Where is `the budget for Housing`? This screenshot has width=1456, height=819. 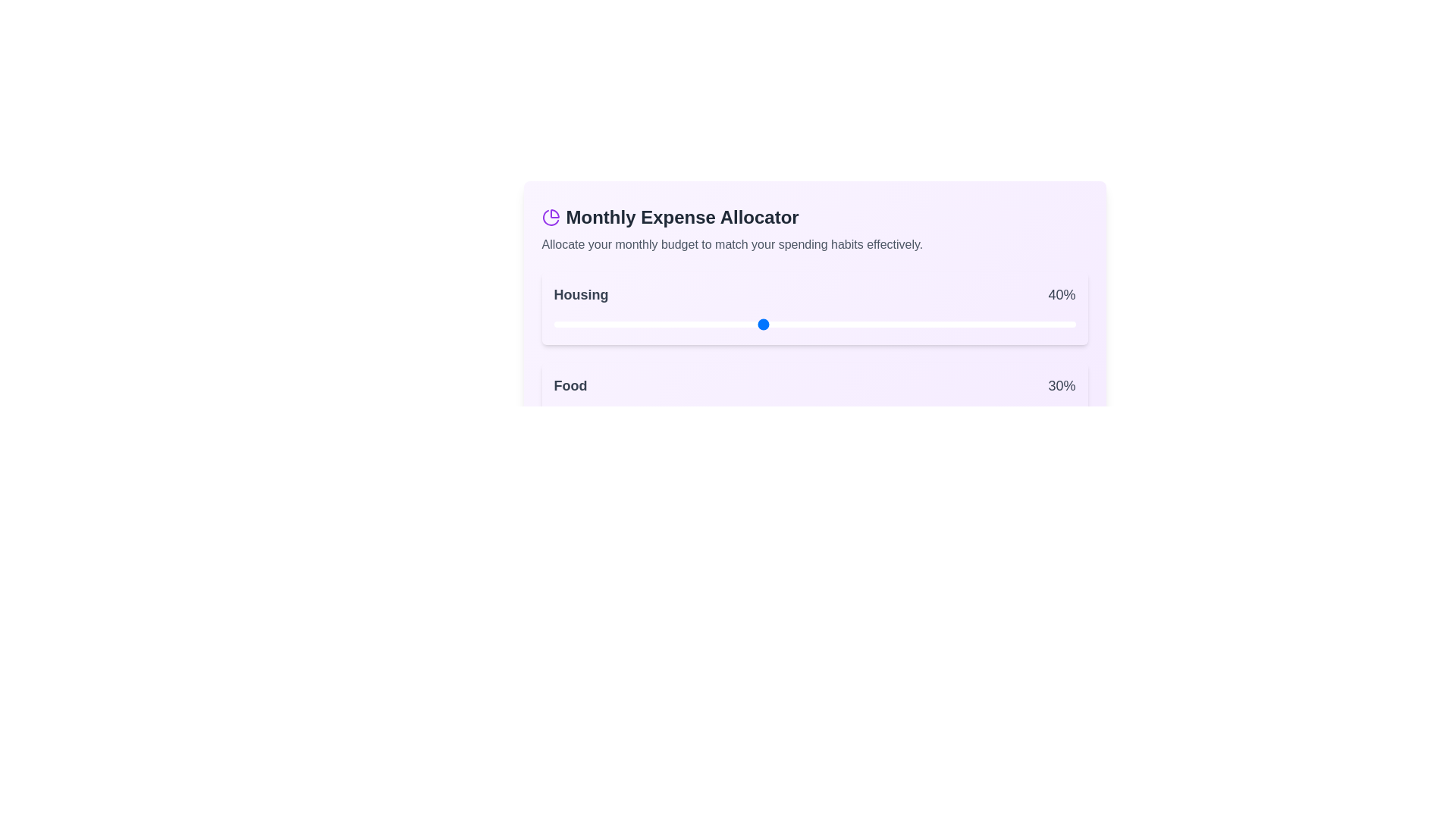
the budget for Housing is located at coordinates (637, 324).